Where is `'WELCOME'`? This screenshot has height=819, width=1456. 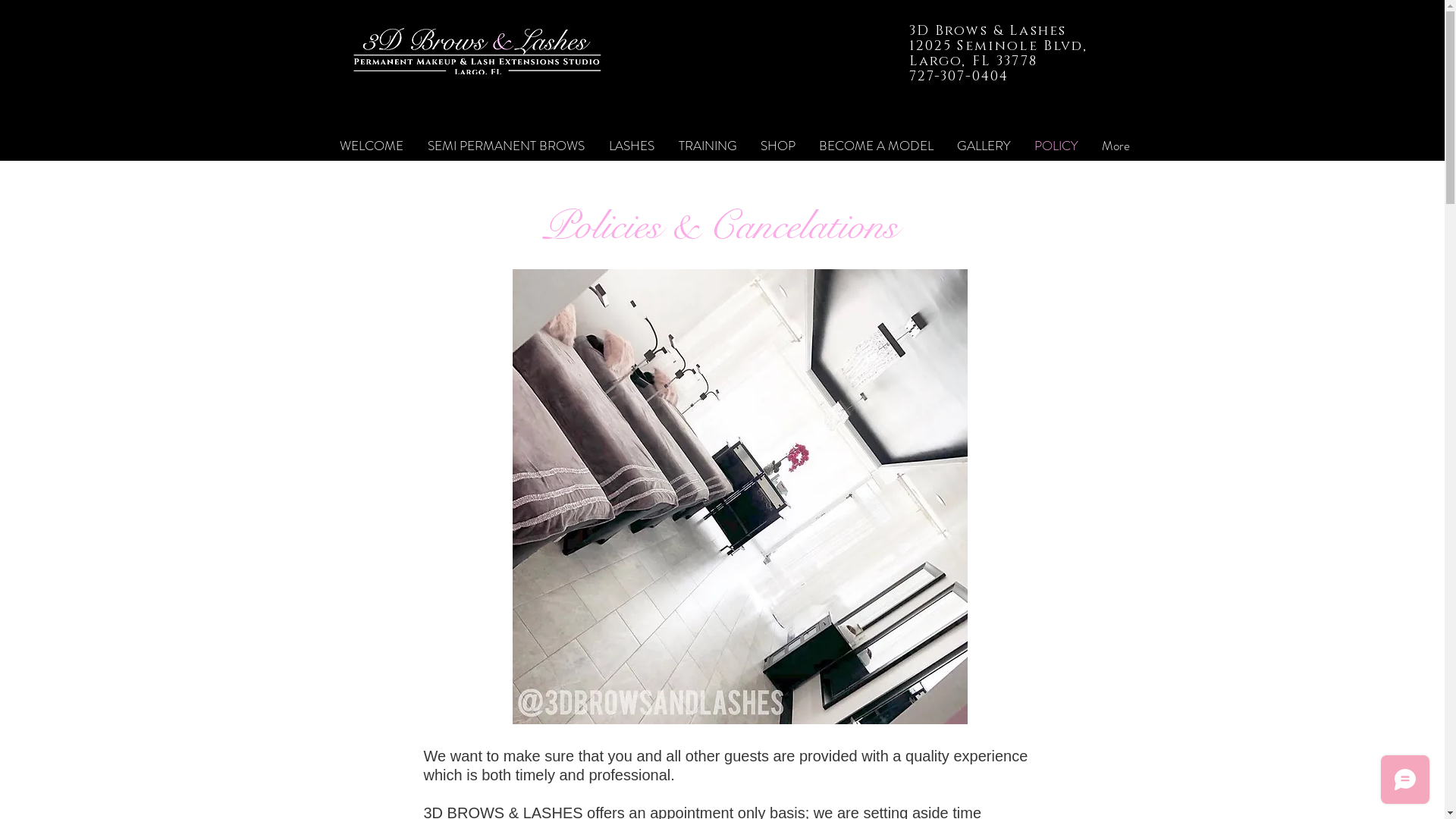
'WELCOME' is located at coordinates (371, 146).